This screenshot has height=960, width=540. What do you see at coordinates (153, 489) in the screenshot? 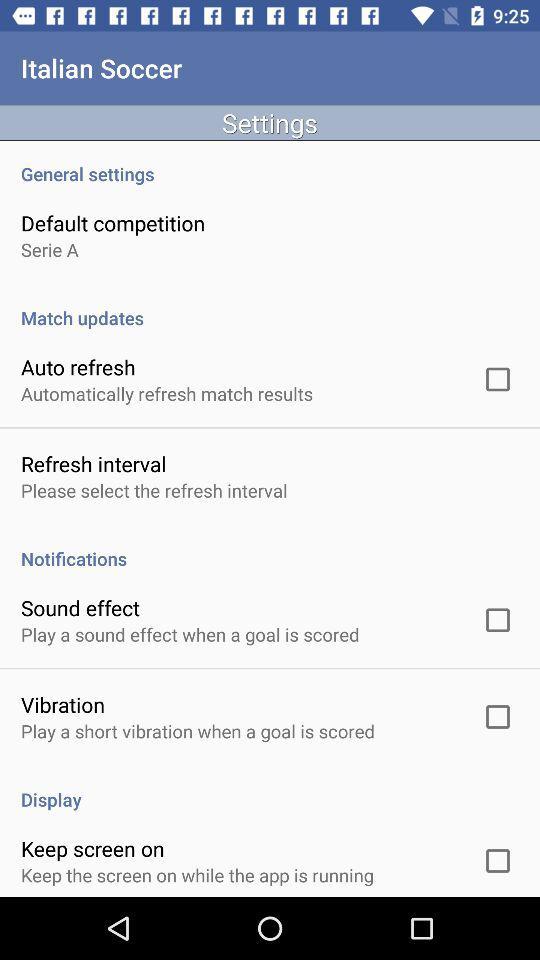
I see `the app above the notifications app` at bounding box center [153, 489].